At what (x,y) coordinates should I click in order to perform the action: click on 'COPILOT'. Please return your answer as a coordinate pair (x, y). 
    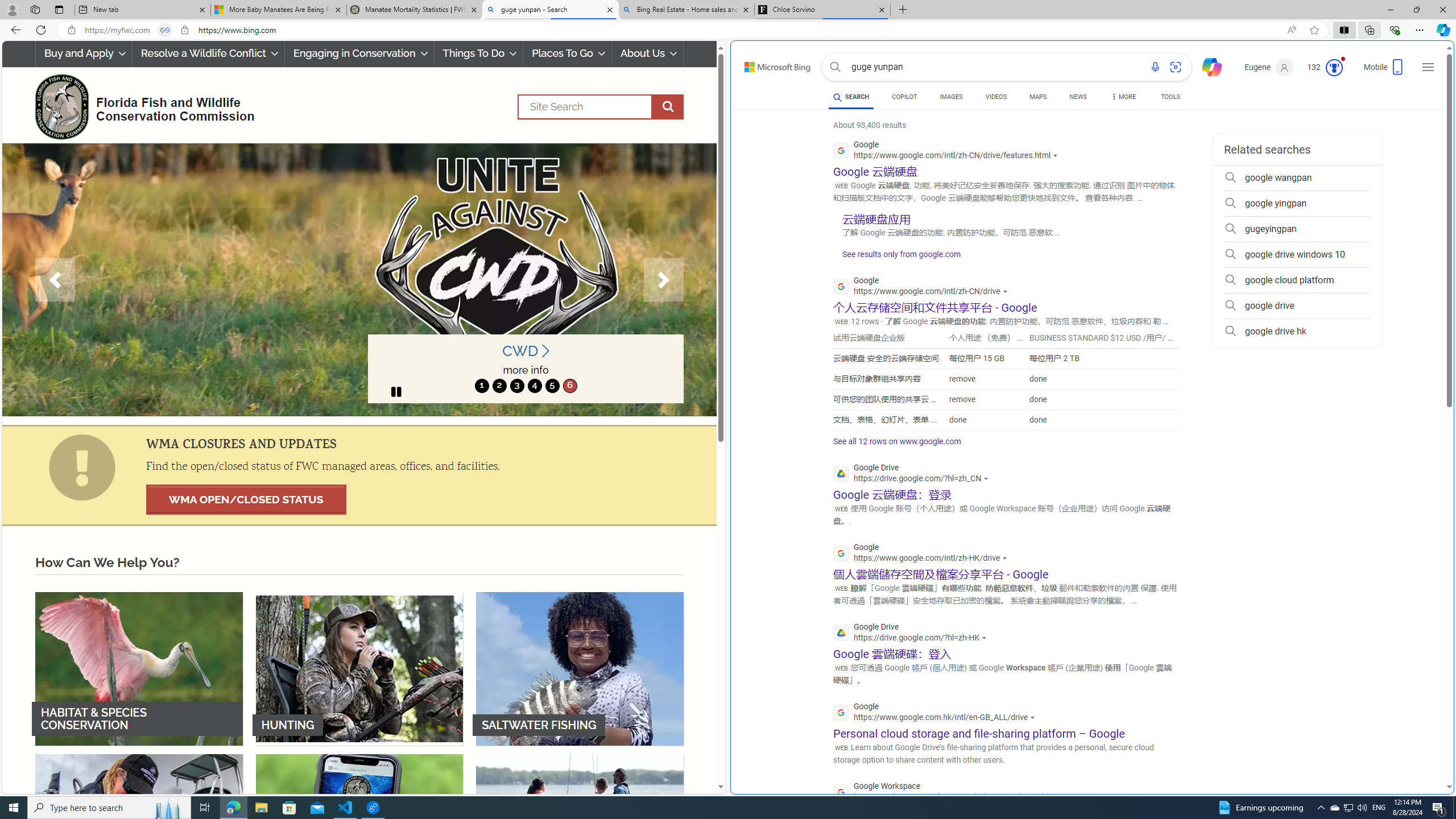
    Looking at the image, I should click on (904, 96).